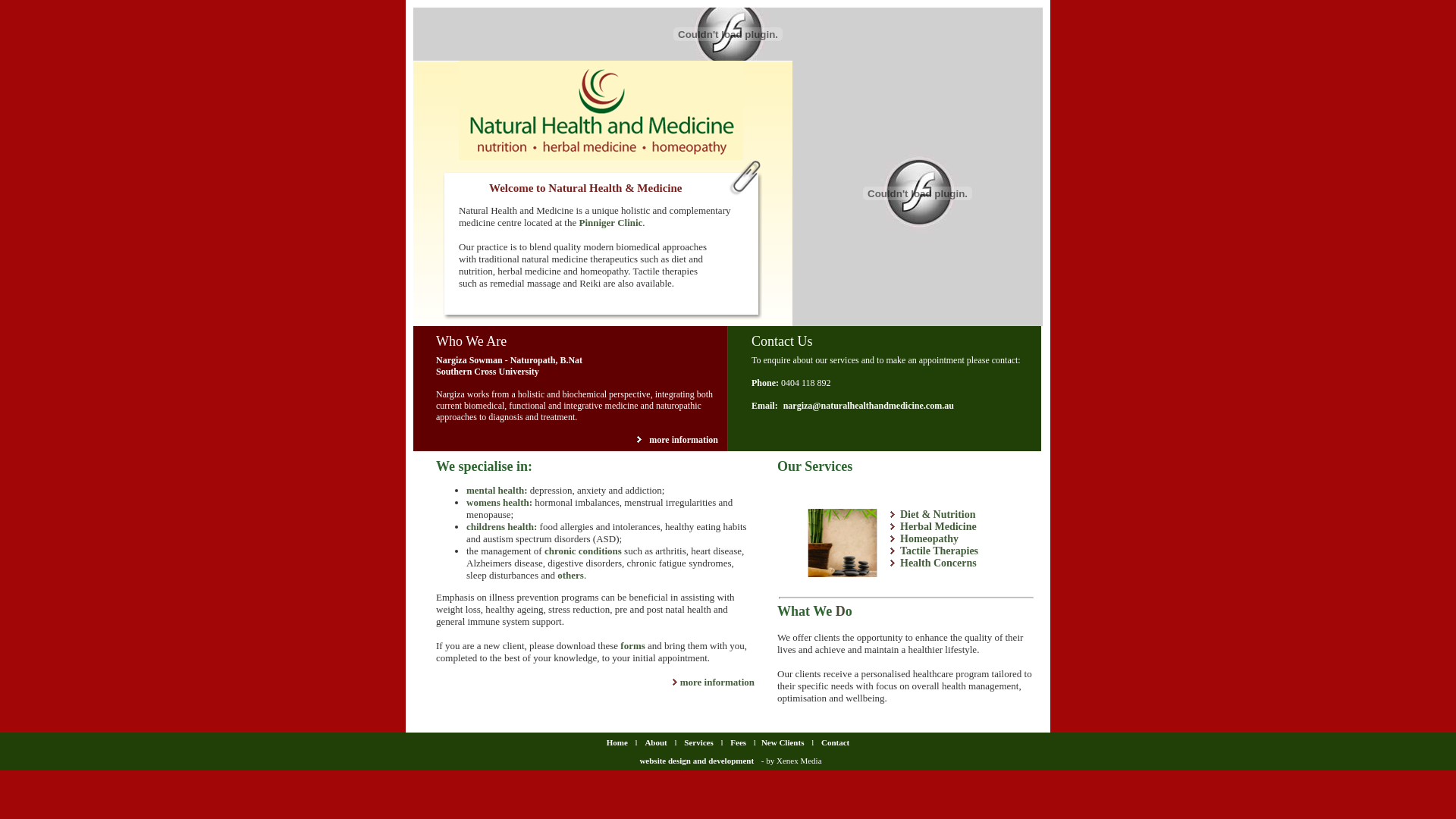  I want to click on 'Services', so click(698, 742).